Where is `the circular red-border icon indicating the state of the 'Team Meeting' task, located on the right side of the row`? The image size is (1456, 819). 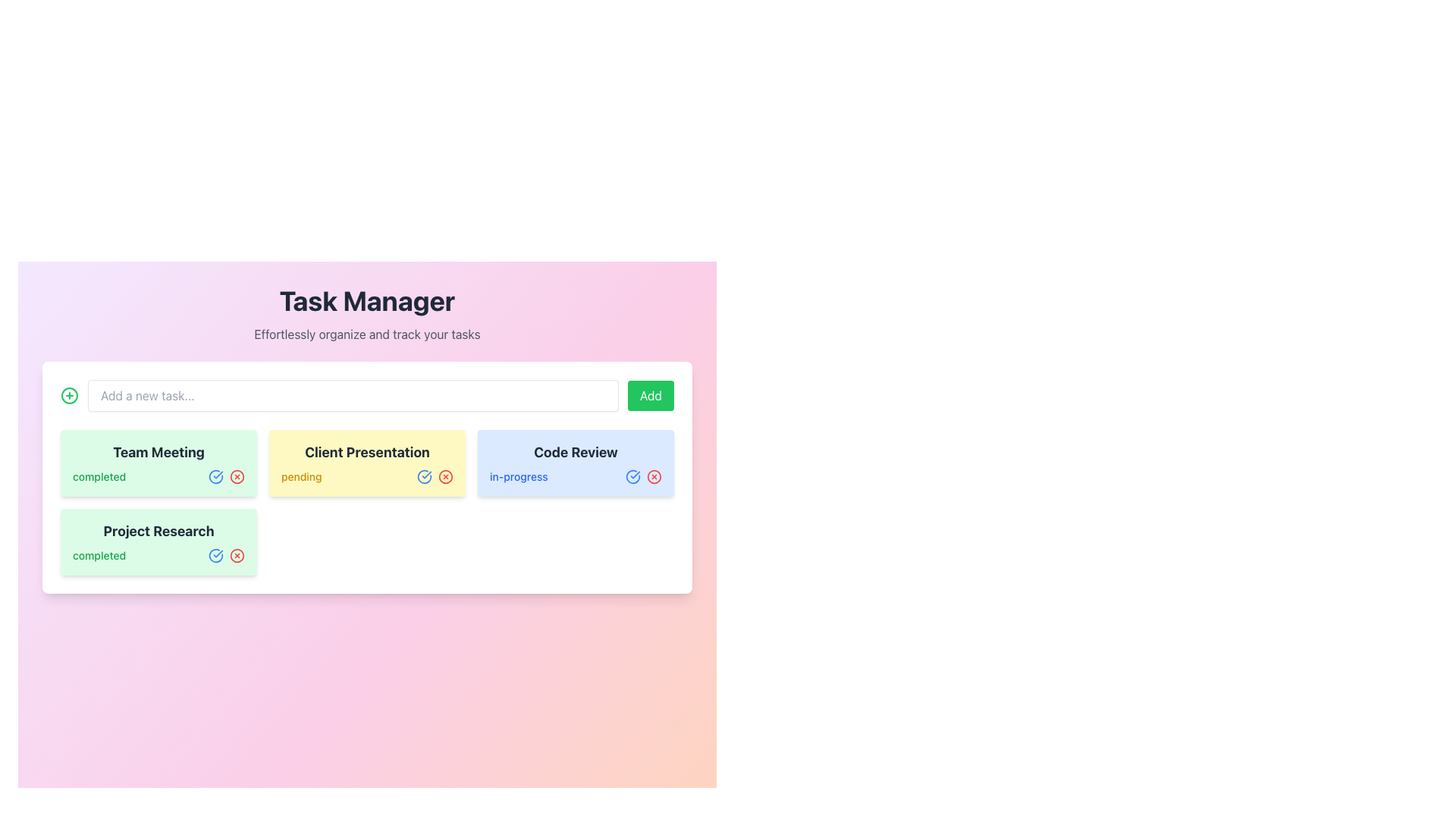 the circular red-border icon indicating the state of the 'Team Meeting' task, located on the right side of the row is located at coordinates (236, 475).